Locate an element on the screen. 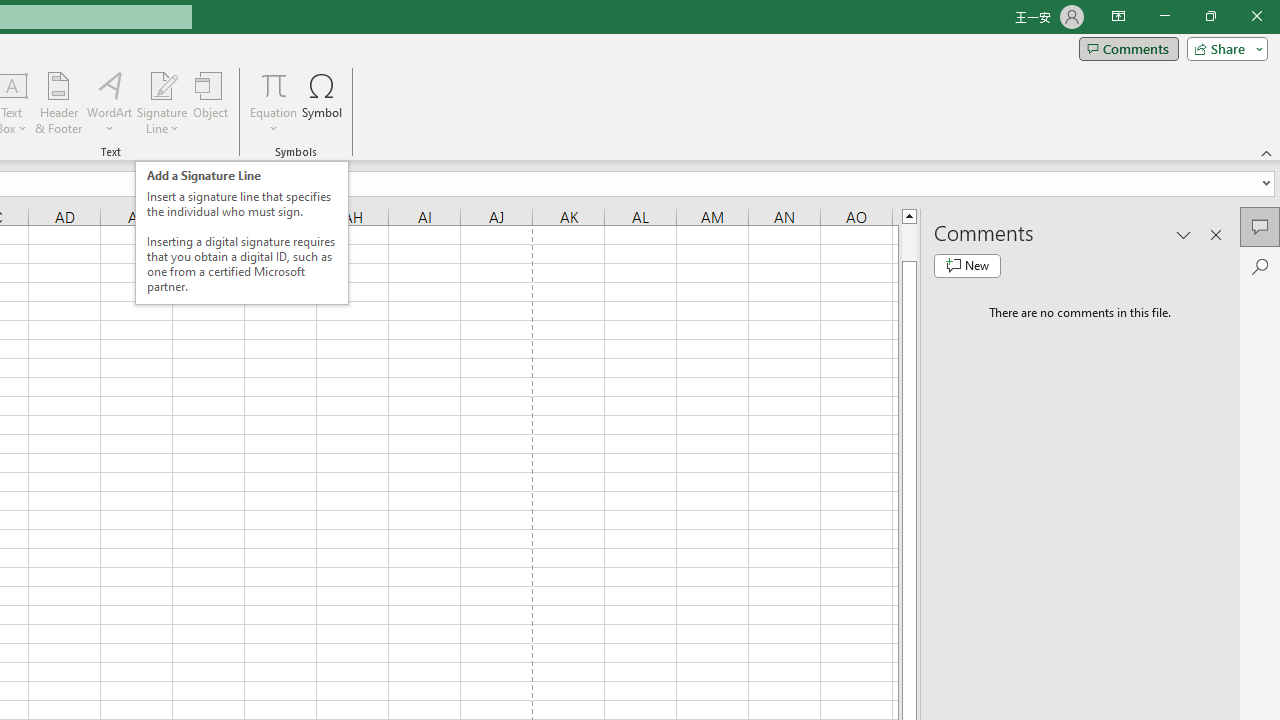 This screenshot has width=1280, height=720. 'Symbol...' is located at coordinates (322, 103).